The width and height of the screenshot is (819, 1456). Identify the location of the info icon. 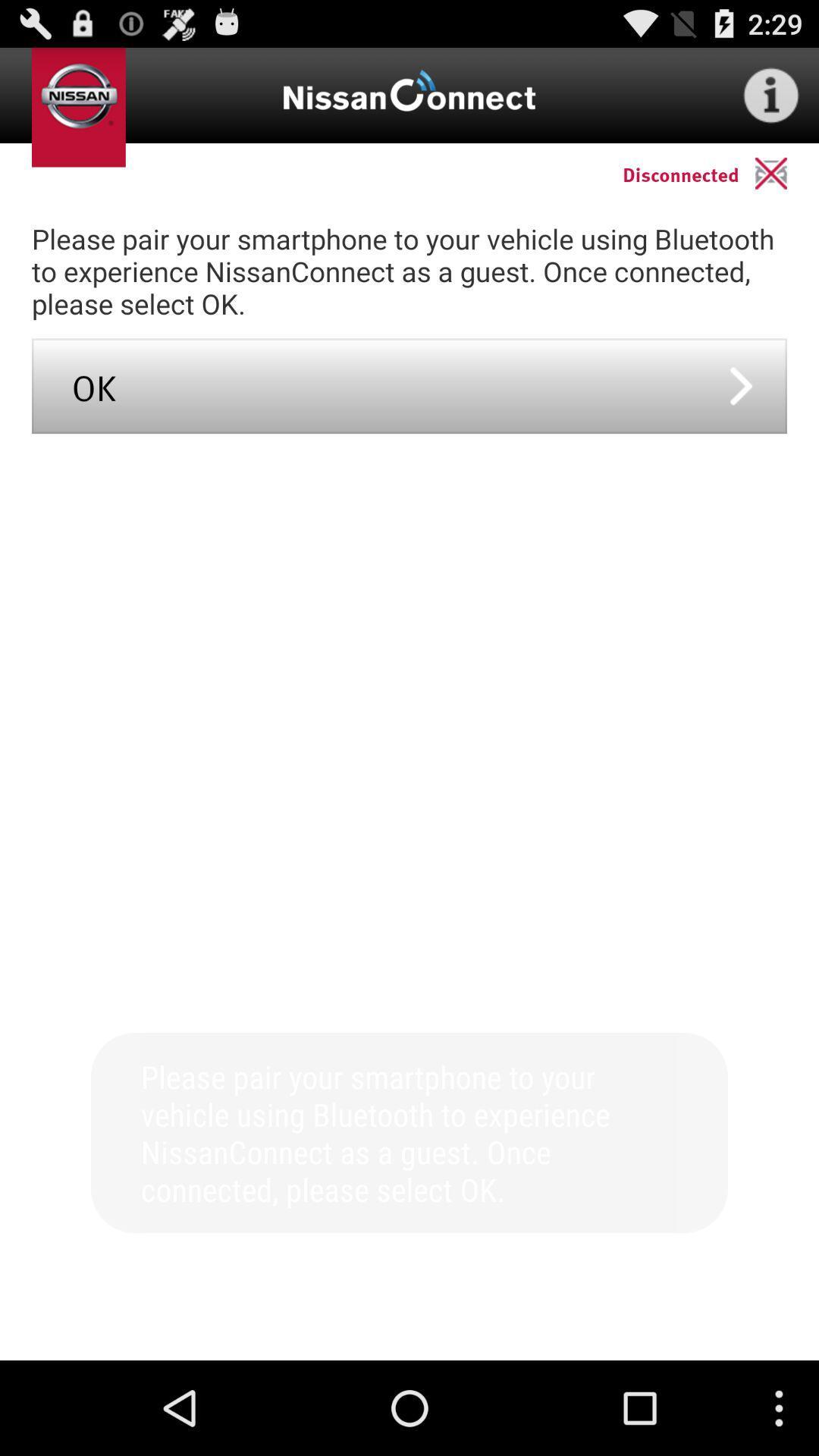
(771, 101).